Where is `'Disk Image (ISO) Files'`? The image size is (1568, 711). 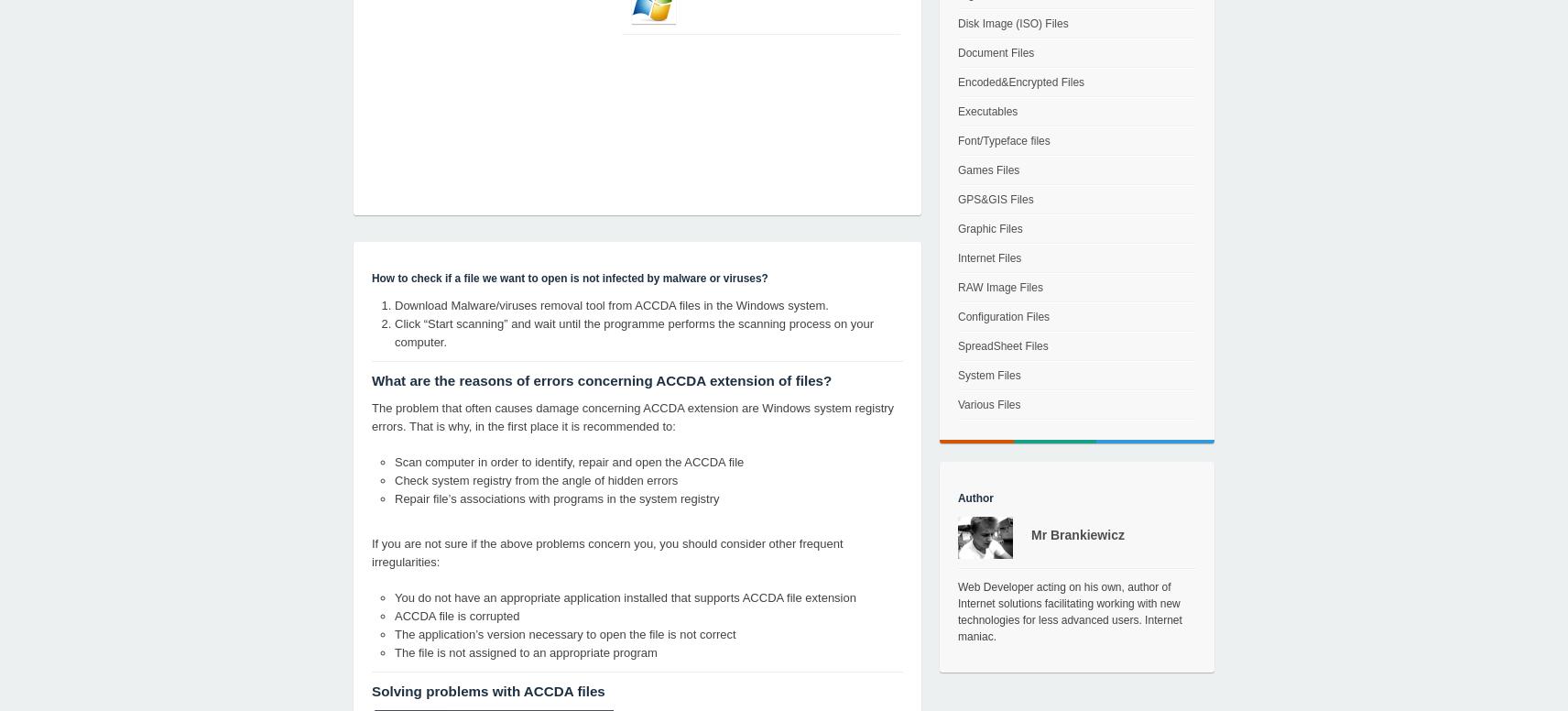
'Disk Image (ISO) Files' is located at coordinates (1012, 23).